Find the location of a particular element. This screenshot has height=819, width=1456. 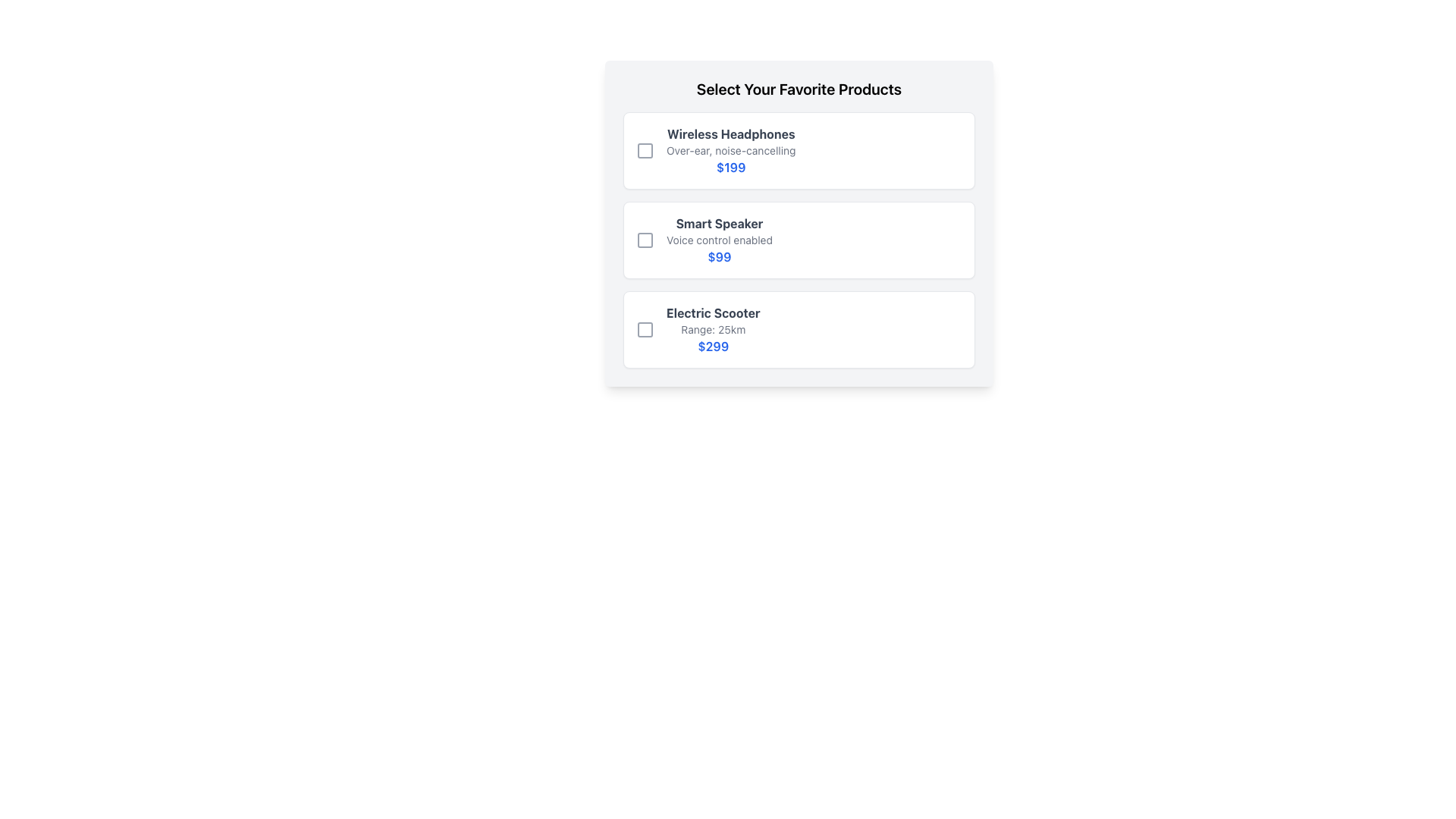

the inner square of the checkbox indicating the selection status for the 'Electric Scooter' product option, which is the third product option from the top is located at coordinates (645, 329).